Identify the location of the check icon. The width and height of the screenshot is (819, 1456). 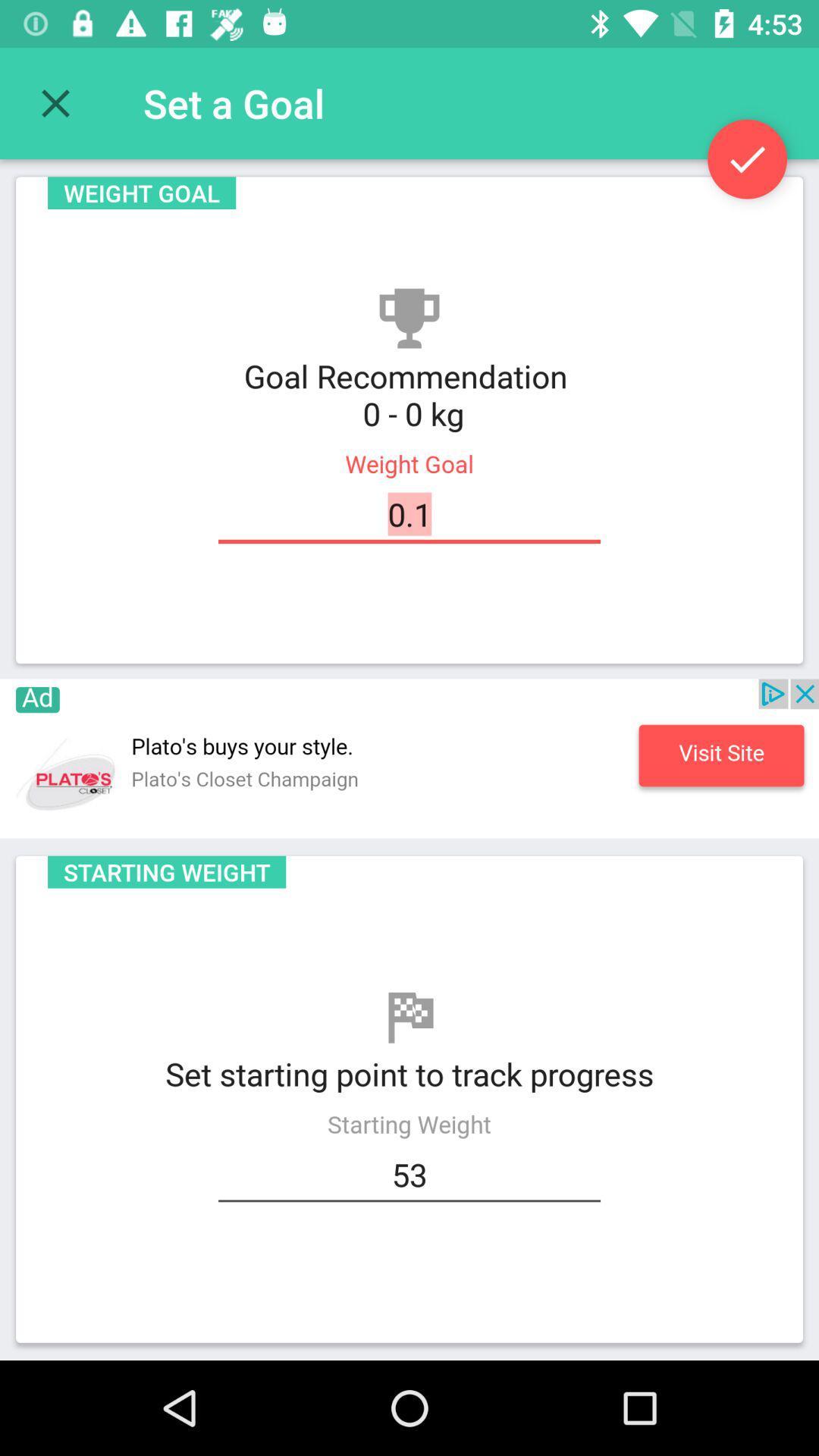
(746, 159).